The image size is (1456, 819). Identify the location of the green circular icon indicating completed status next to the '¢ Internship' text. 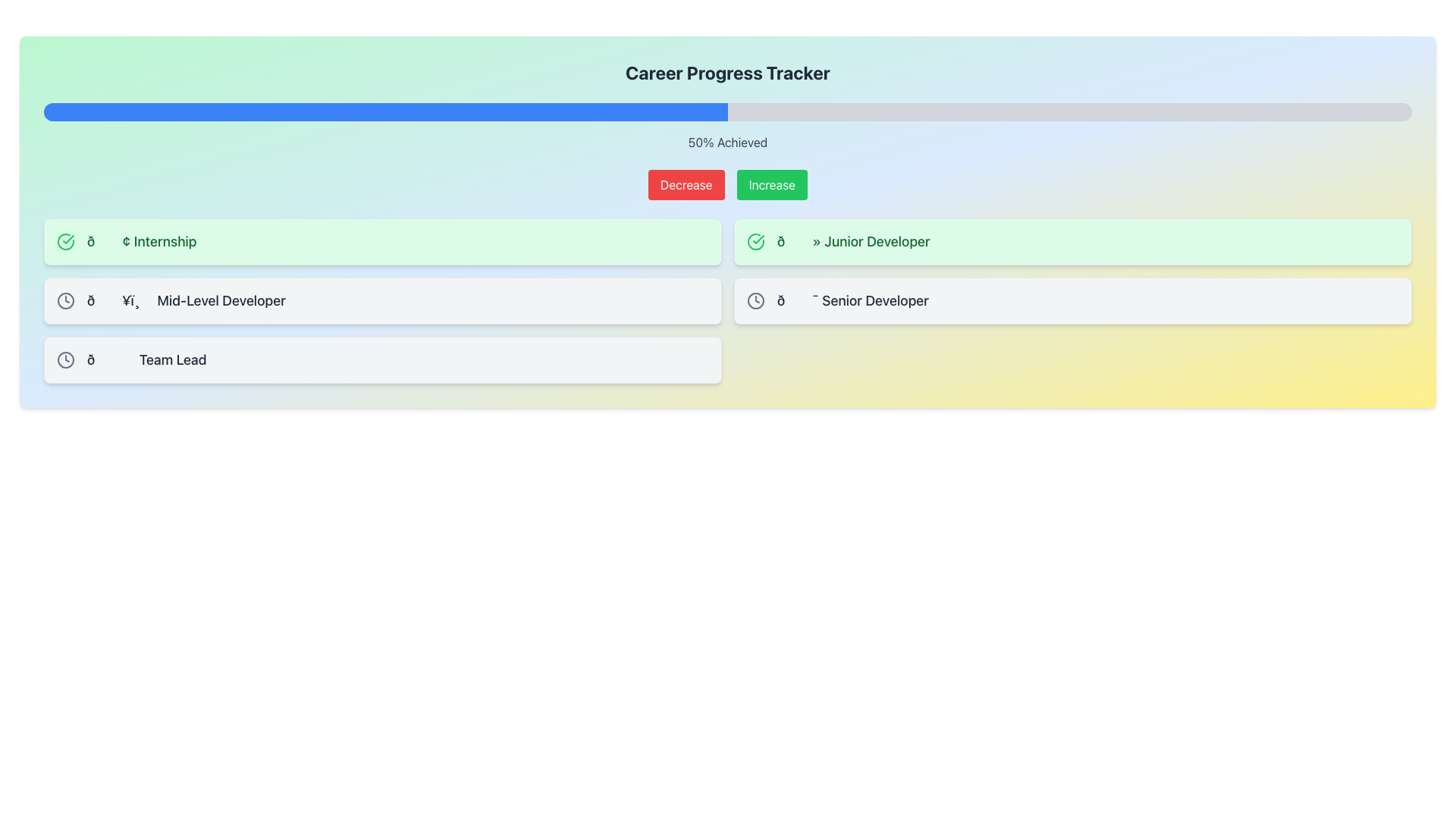
(67, 239).